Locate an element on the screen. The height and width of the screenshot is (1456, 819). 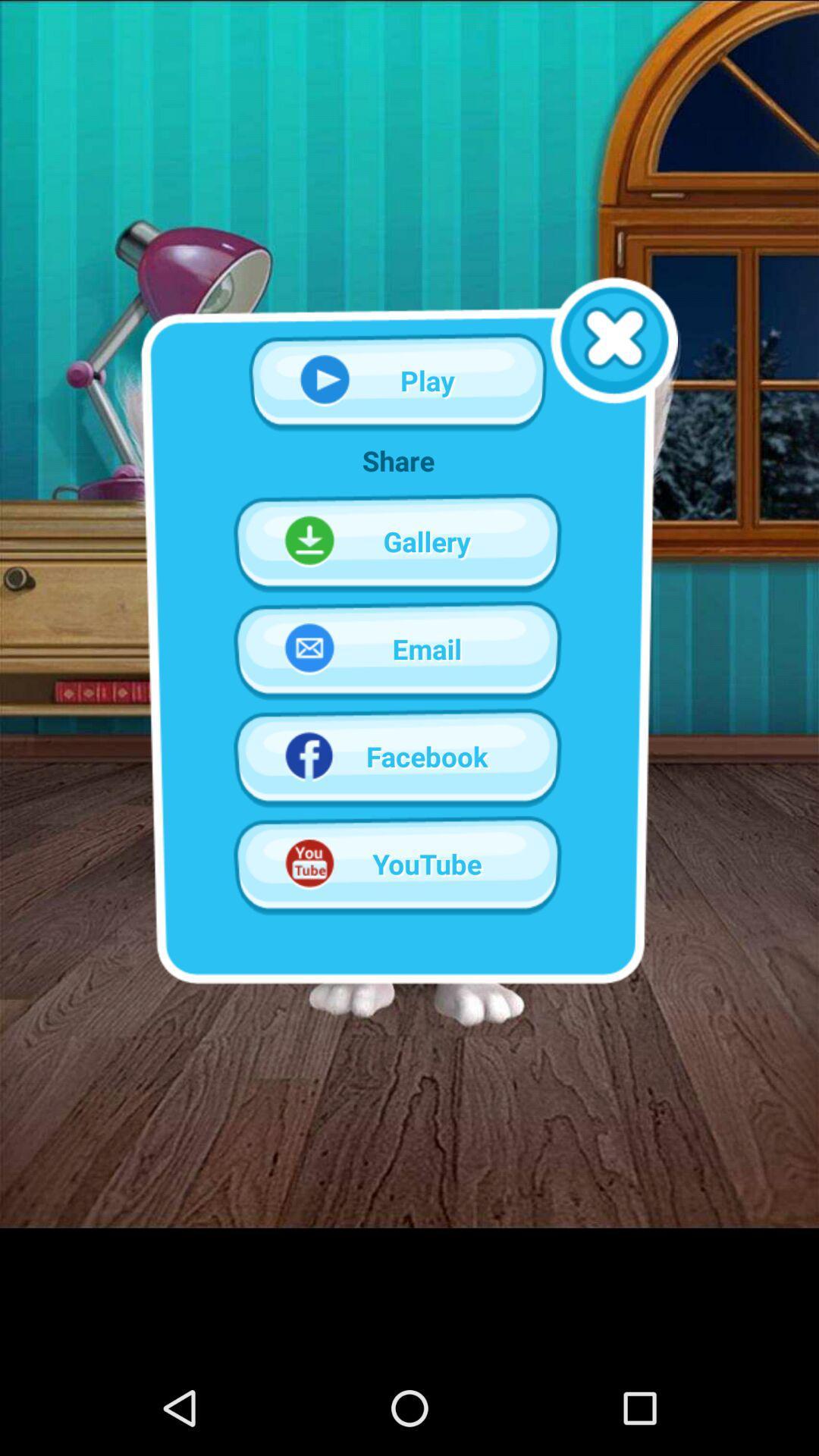
closes the pop-up is located at coordinates (614, 340).